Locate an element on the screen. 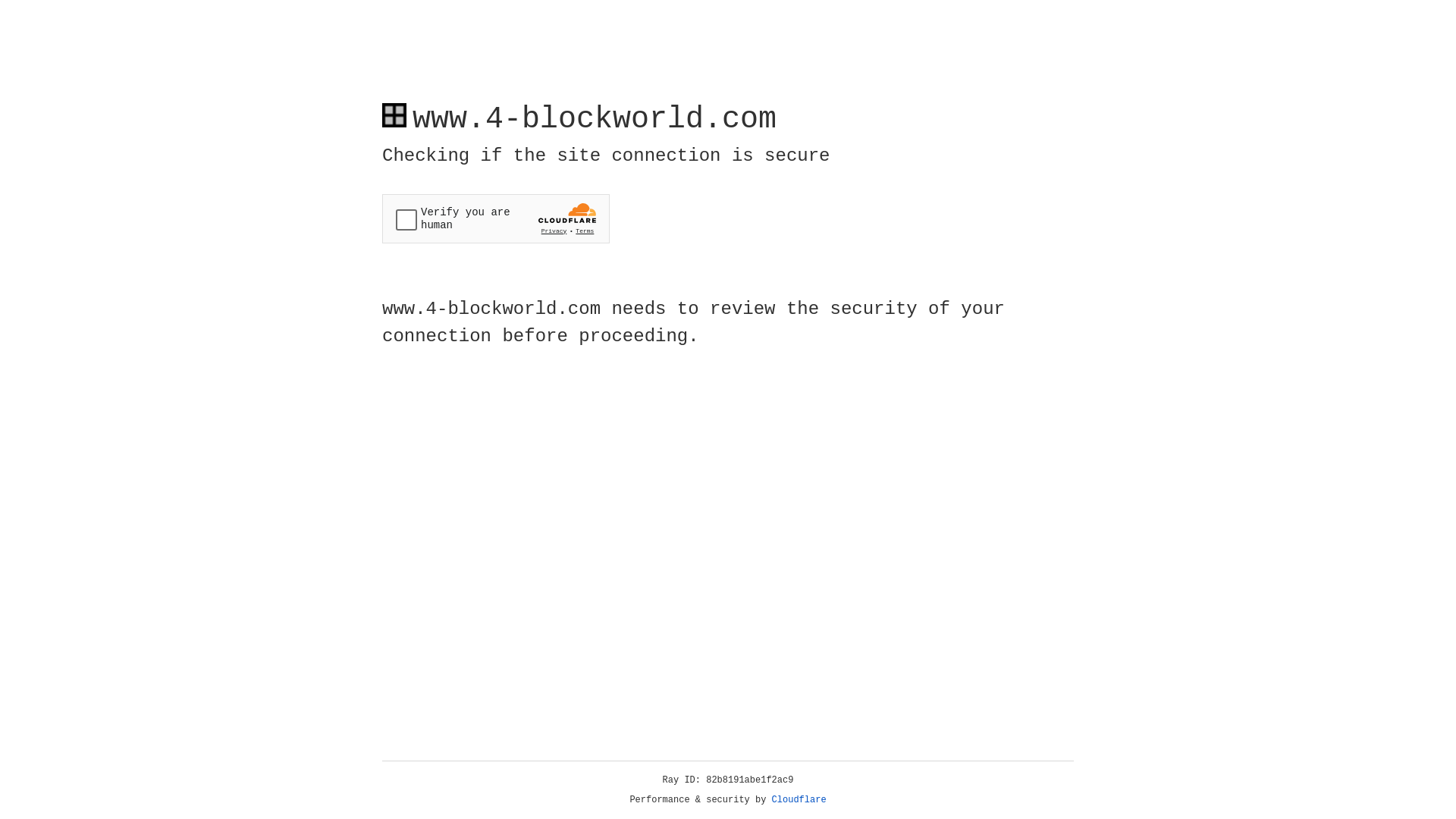  'Cloudflare' is located at coordinates (771, 799).